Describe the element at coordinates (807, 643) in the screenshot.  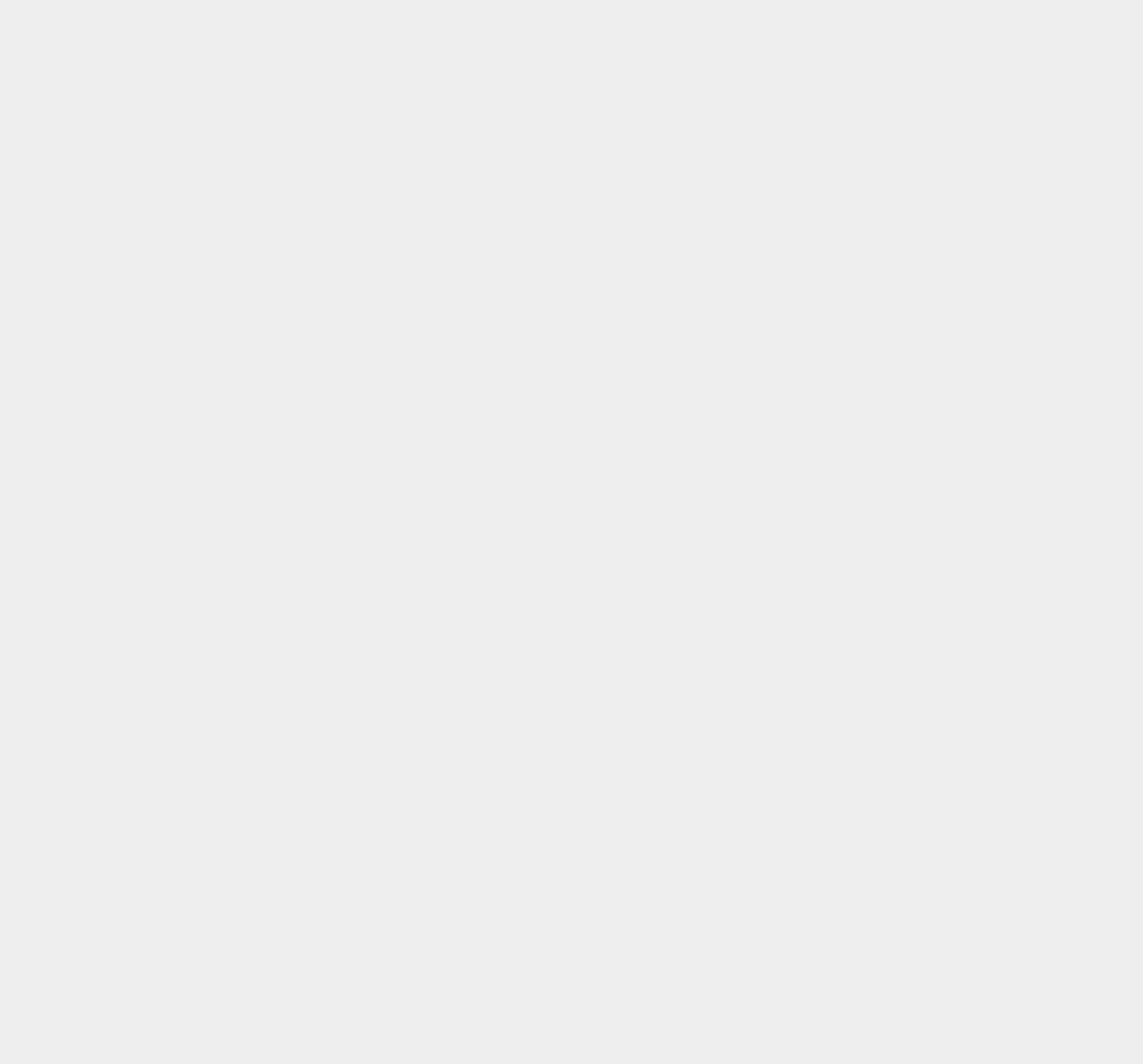
I see `'iPad Air'` at that location.